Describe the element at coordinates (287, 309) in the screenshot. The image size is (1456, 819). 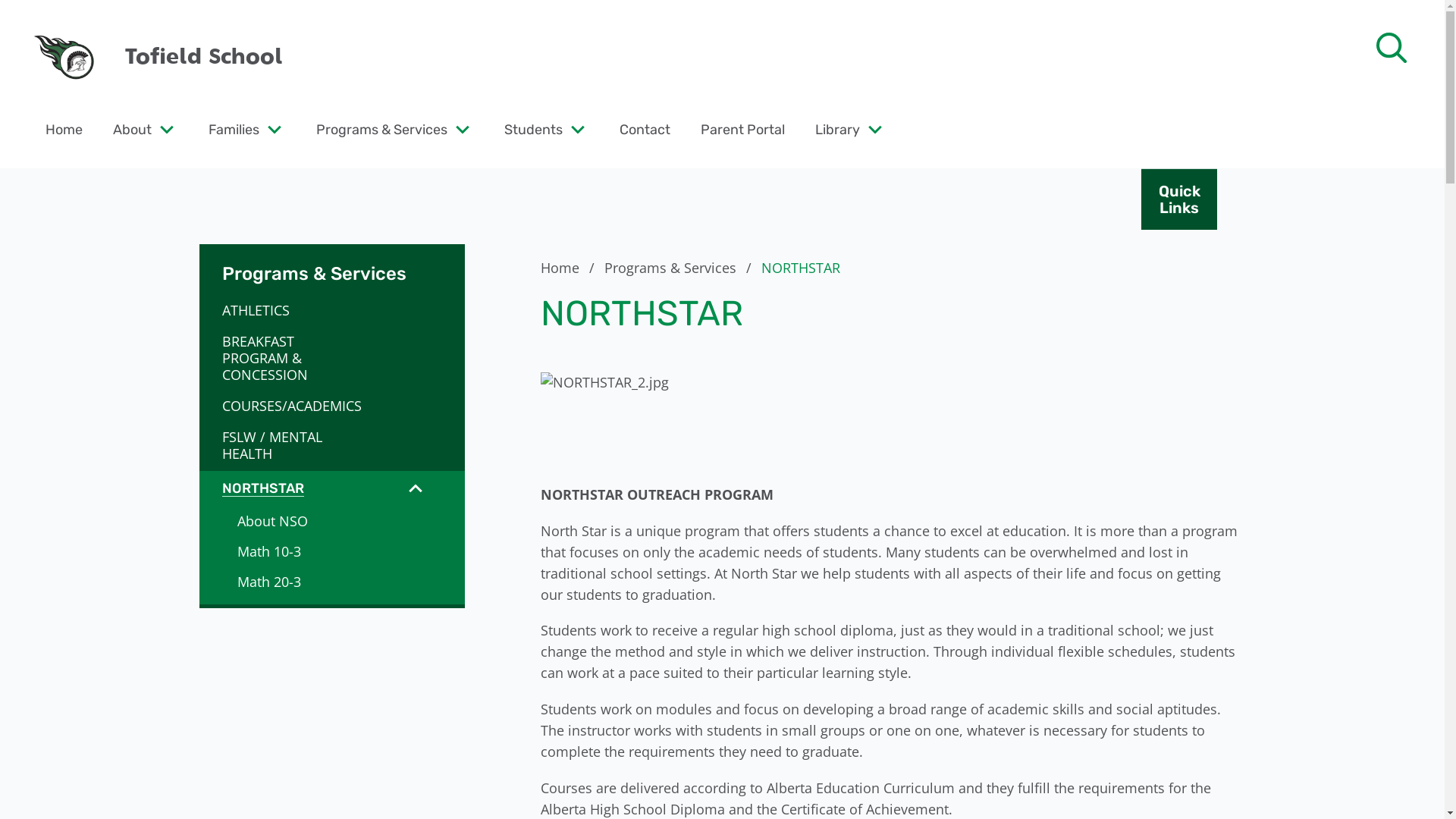
I see `'ATHLETICS'` at that location.